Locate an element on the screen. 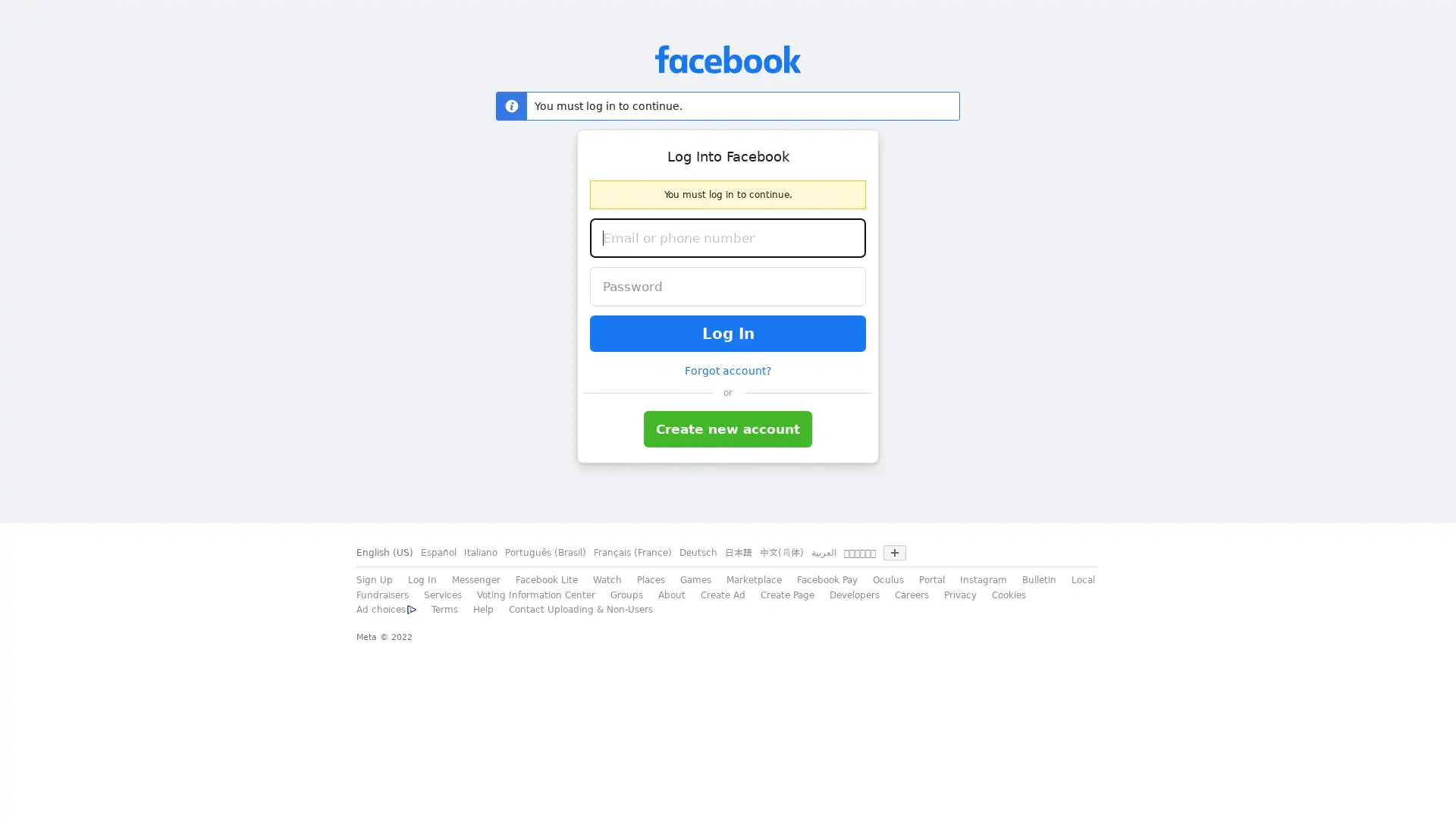 The image size is (1456, 819). Log In is located at coordinates (728, 332).